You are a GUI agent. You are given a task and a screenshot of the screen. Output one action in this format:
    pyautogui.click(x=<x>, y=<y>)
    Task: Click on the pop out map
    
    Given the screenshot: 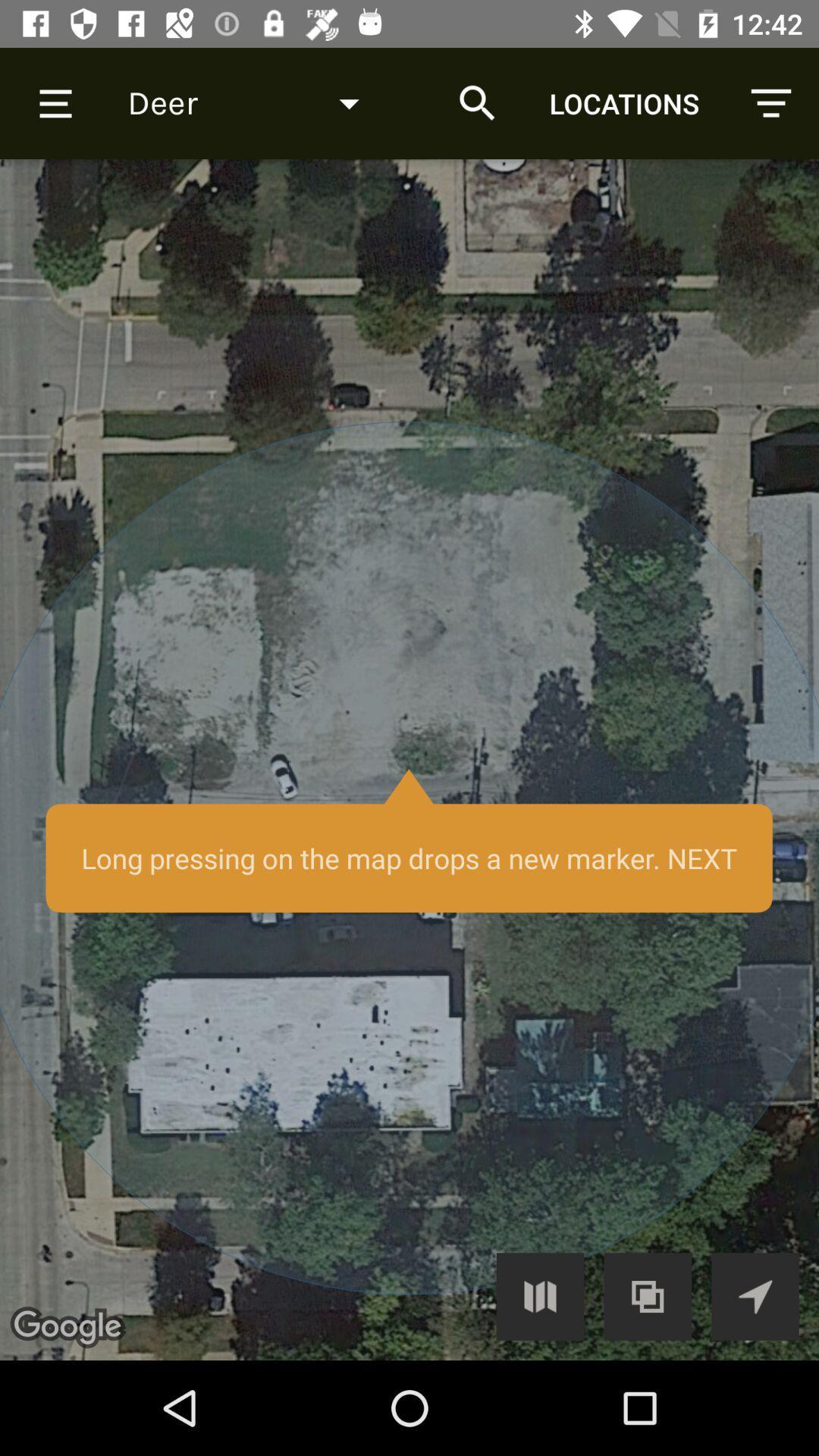 What is the action you would take?
    pyautogui.click(x=648, y=1295)
    